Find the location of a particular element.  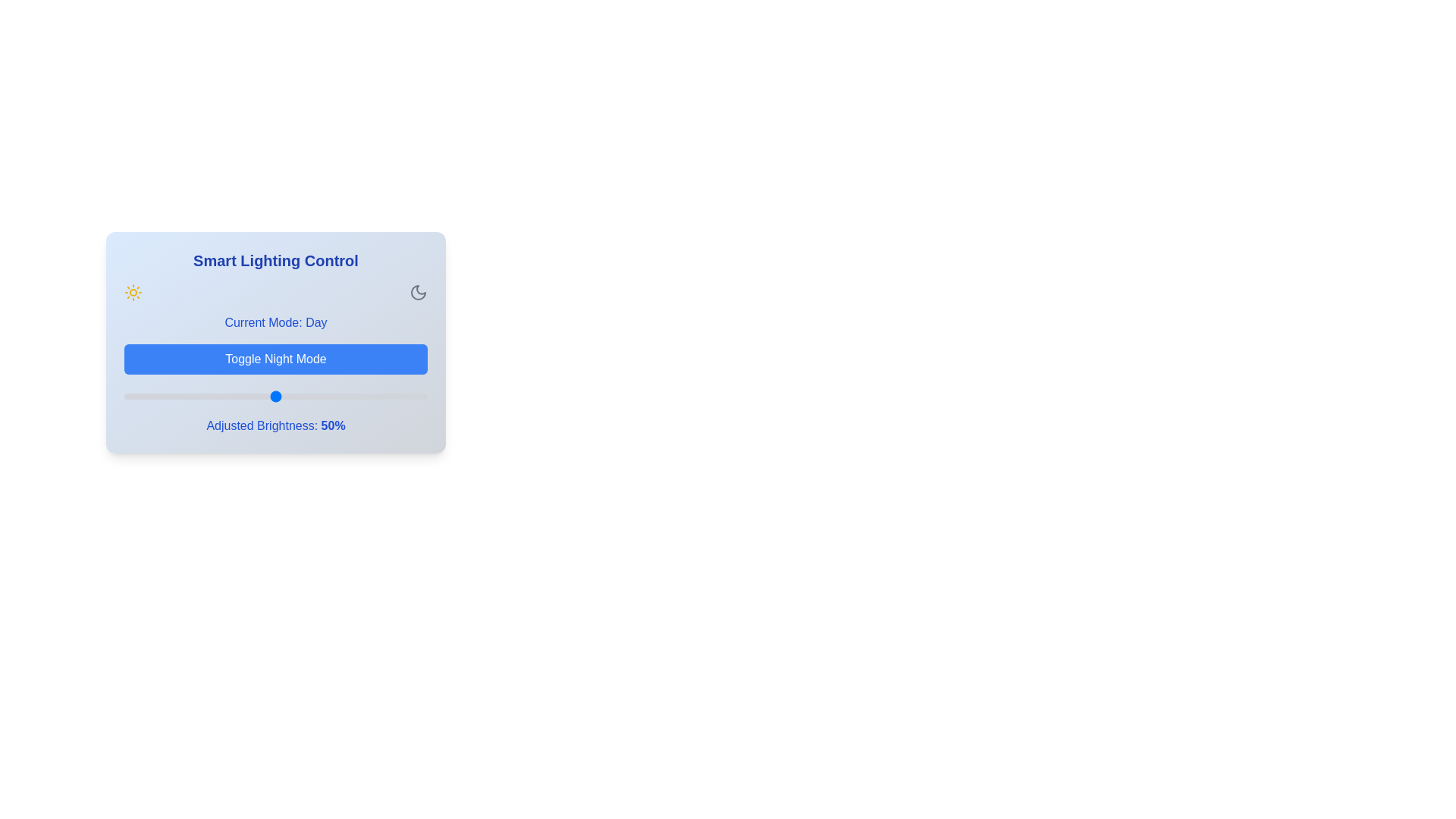

the button that toggles between day and night modes in the 'Smart Lighting Control' interface to switch to night mode is located at coordinates (276, 359).